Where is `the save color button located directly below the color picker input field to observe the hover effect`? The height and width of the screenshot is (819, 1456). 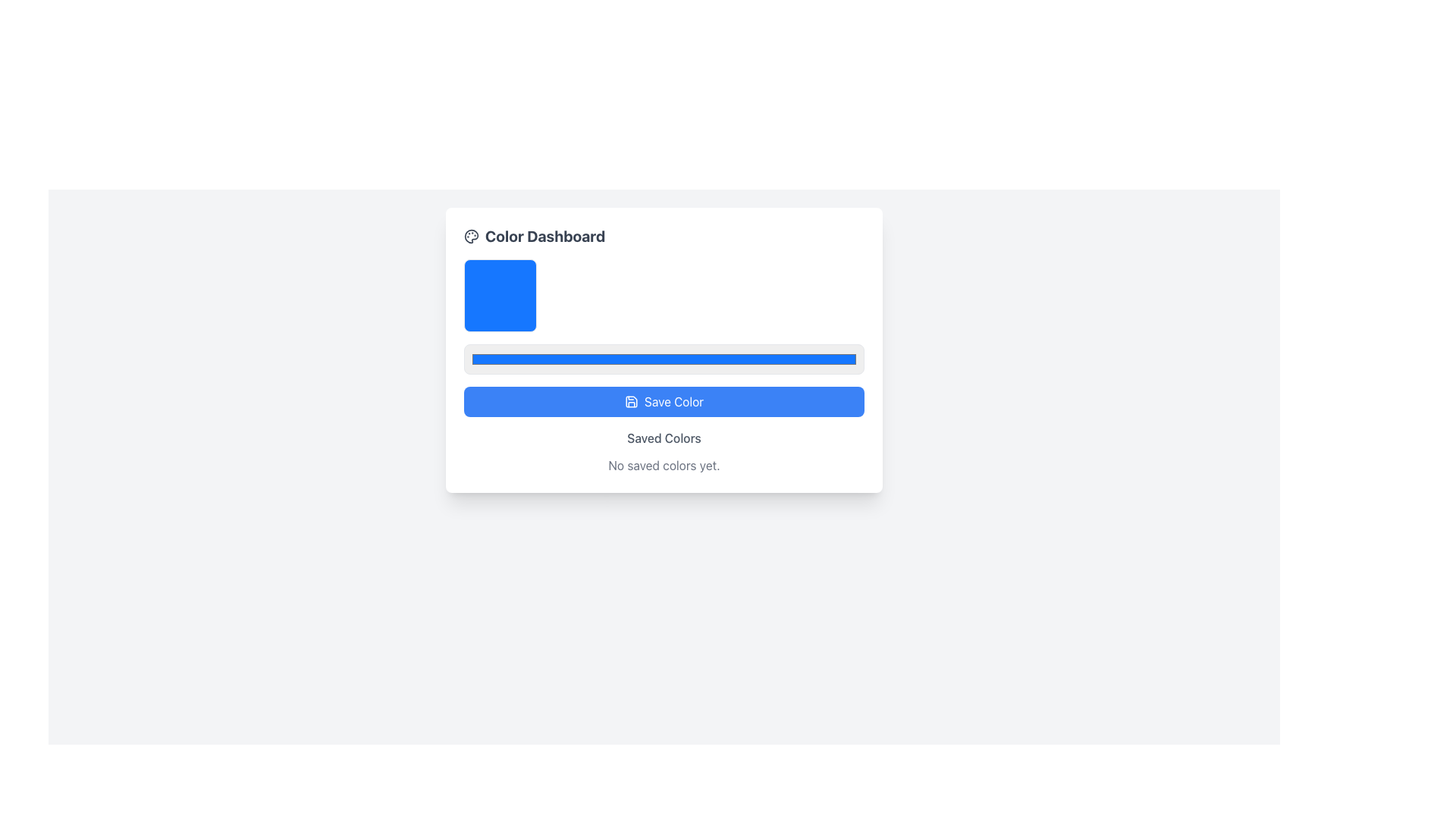 the save color button located directly below the color picker input field to observe the hover effect is located at coordinates (664, 400).